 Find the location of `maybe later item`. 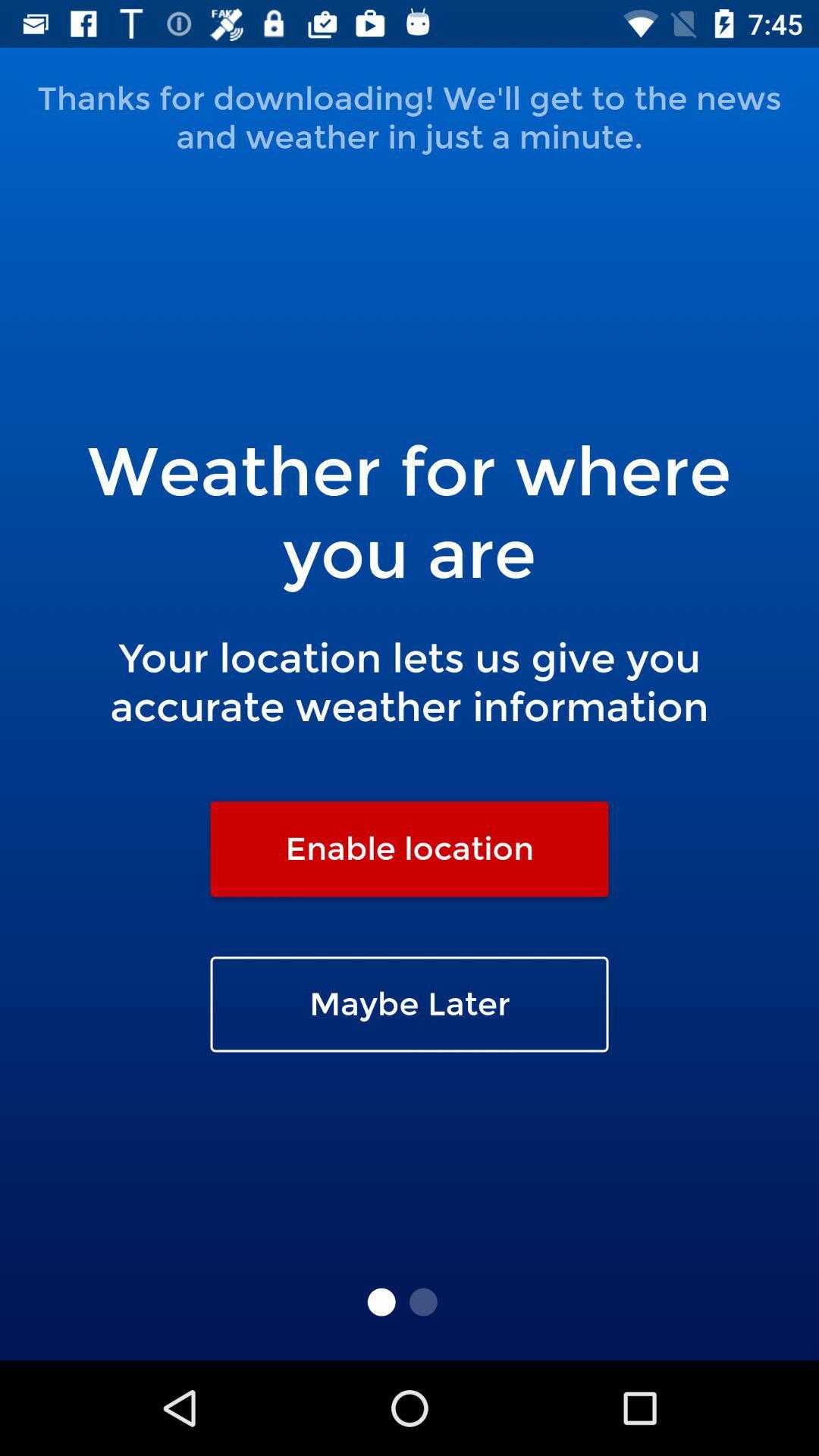

maybe later item is located at coordinates (409, 1004).